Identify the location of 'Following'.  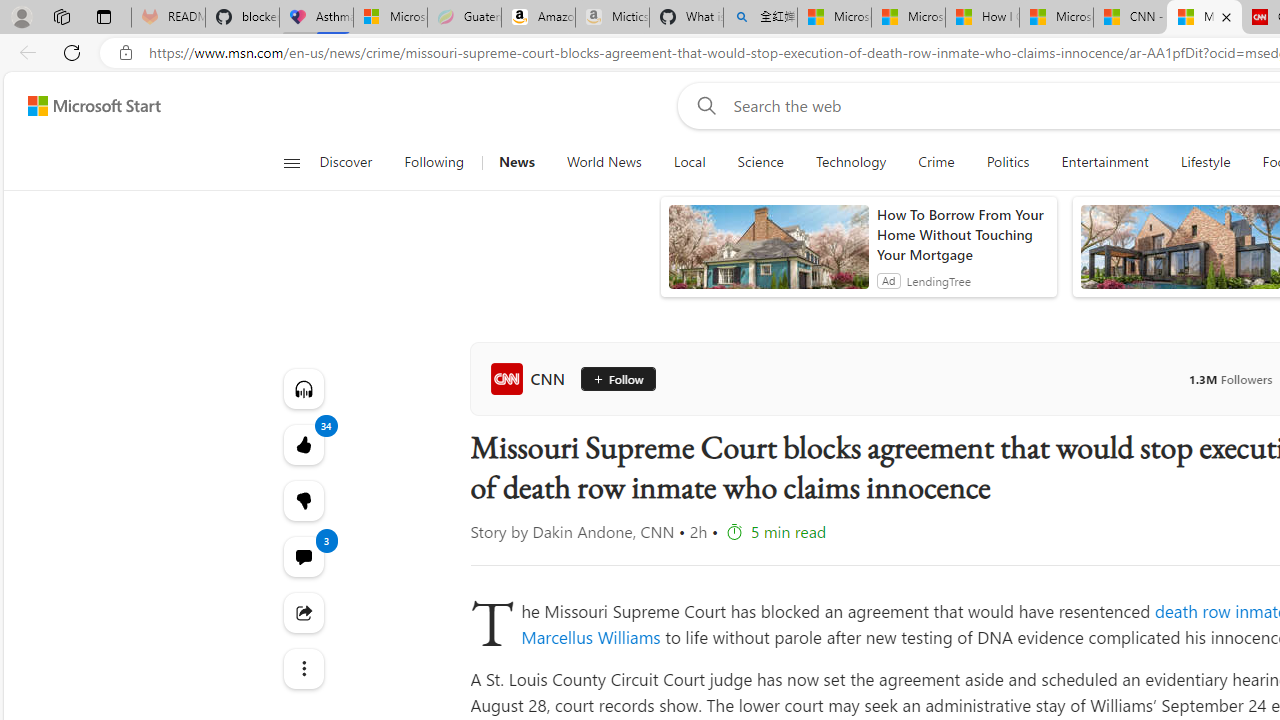
(434, 162).